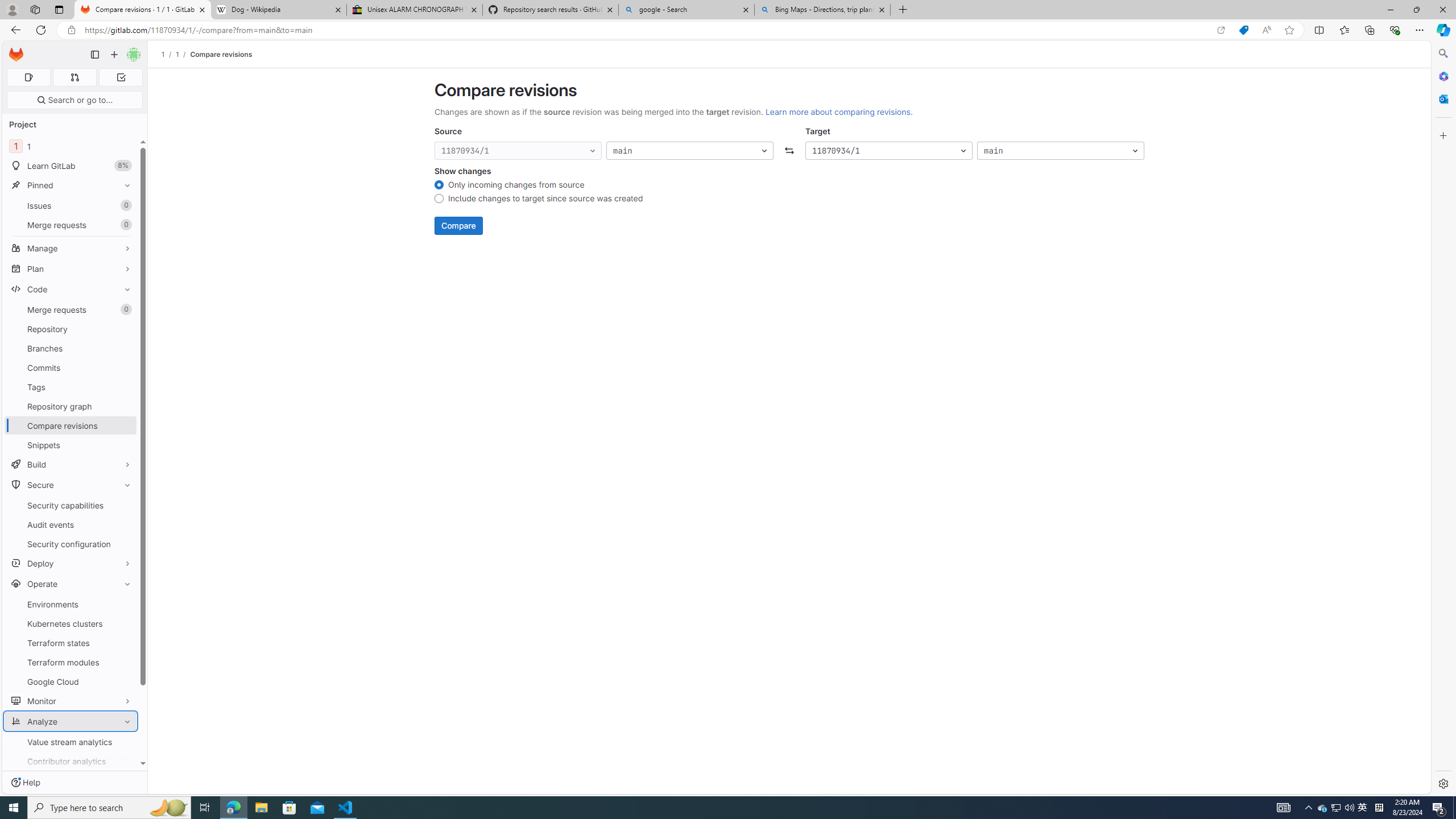 The image size is (1456, 819). Describe the element at coordinates (70, 484) in the screenshot. I see `'Secure'` at that location.